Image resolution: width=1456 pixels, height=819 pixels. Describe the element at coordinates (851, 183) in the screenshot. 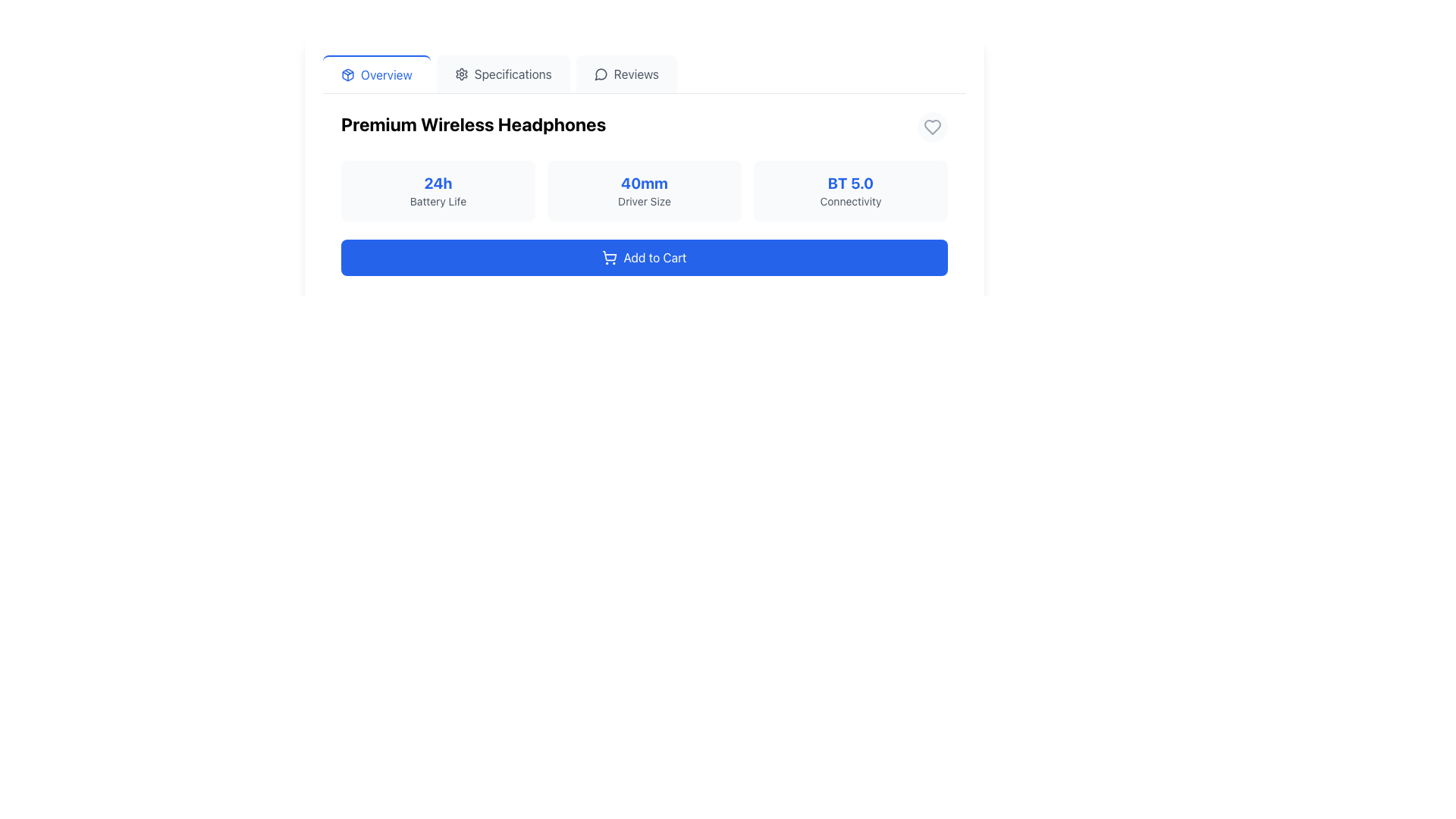

I see `the text label displaying 'BT 5.0' in bold, large blue font, which is centrally located in the features overview panel` at that location.